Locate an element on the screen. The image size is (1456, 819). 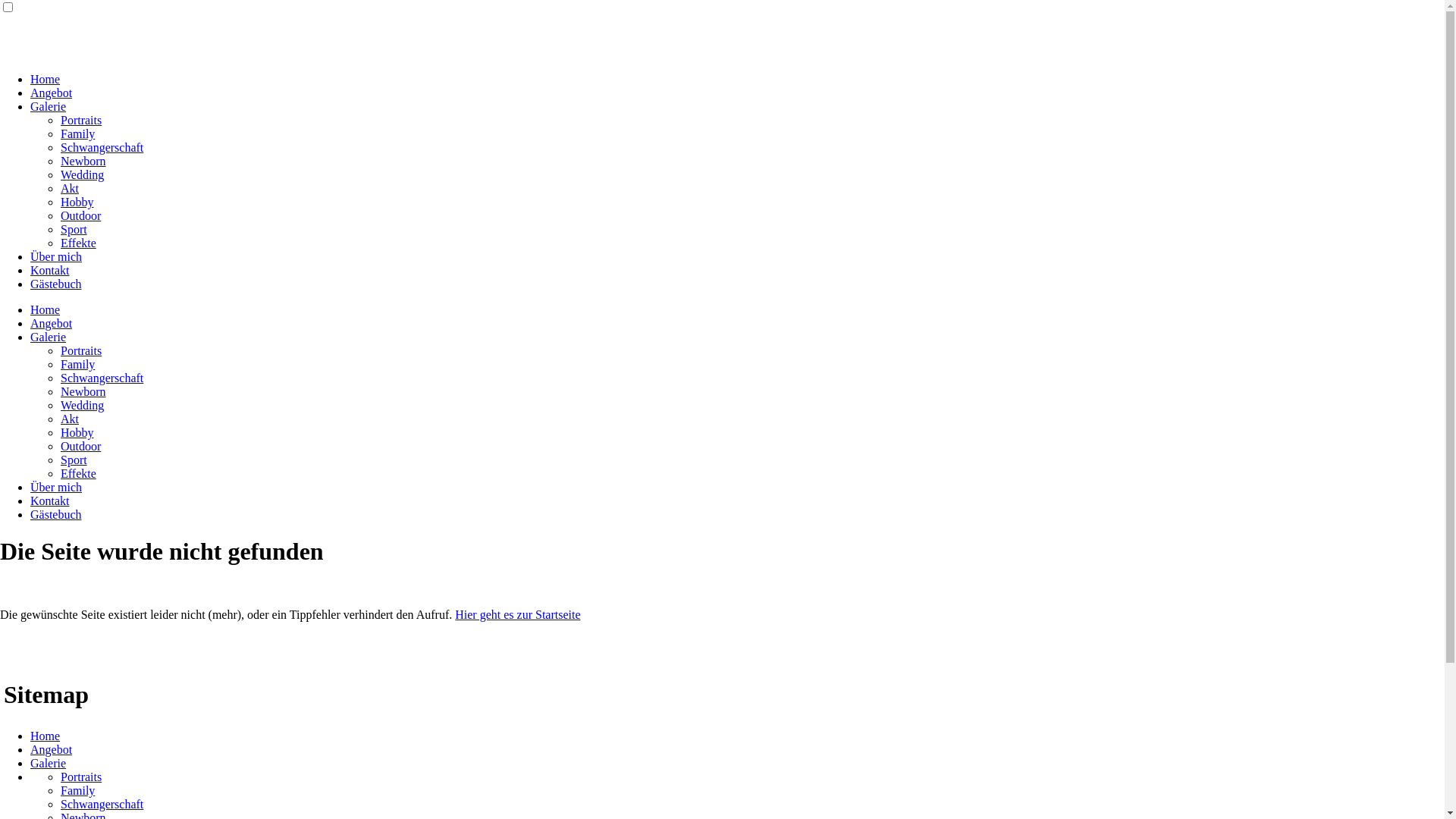
'Outdoor' is located at coordinates (80, 215).